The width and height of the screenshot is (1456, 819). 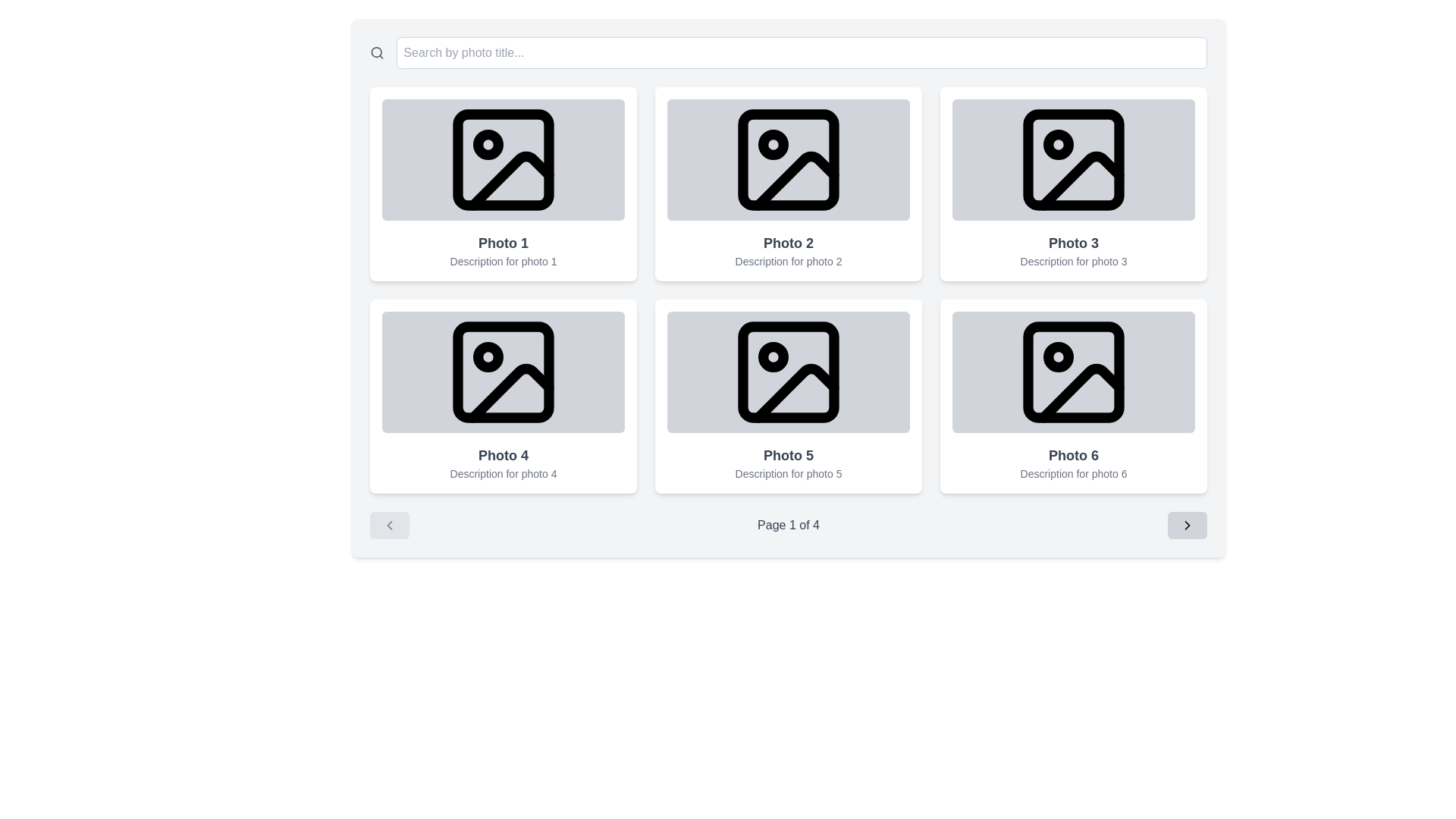 I want to click on the image placeholder icon located at the top center of the grid layout, directly above the text 'Photo 2', so click(x=789, y=160).